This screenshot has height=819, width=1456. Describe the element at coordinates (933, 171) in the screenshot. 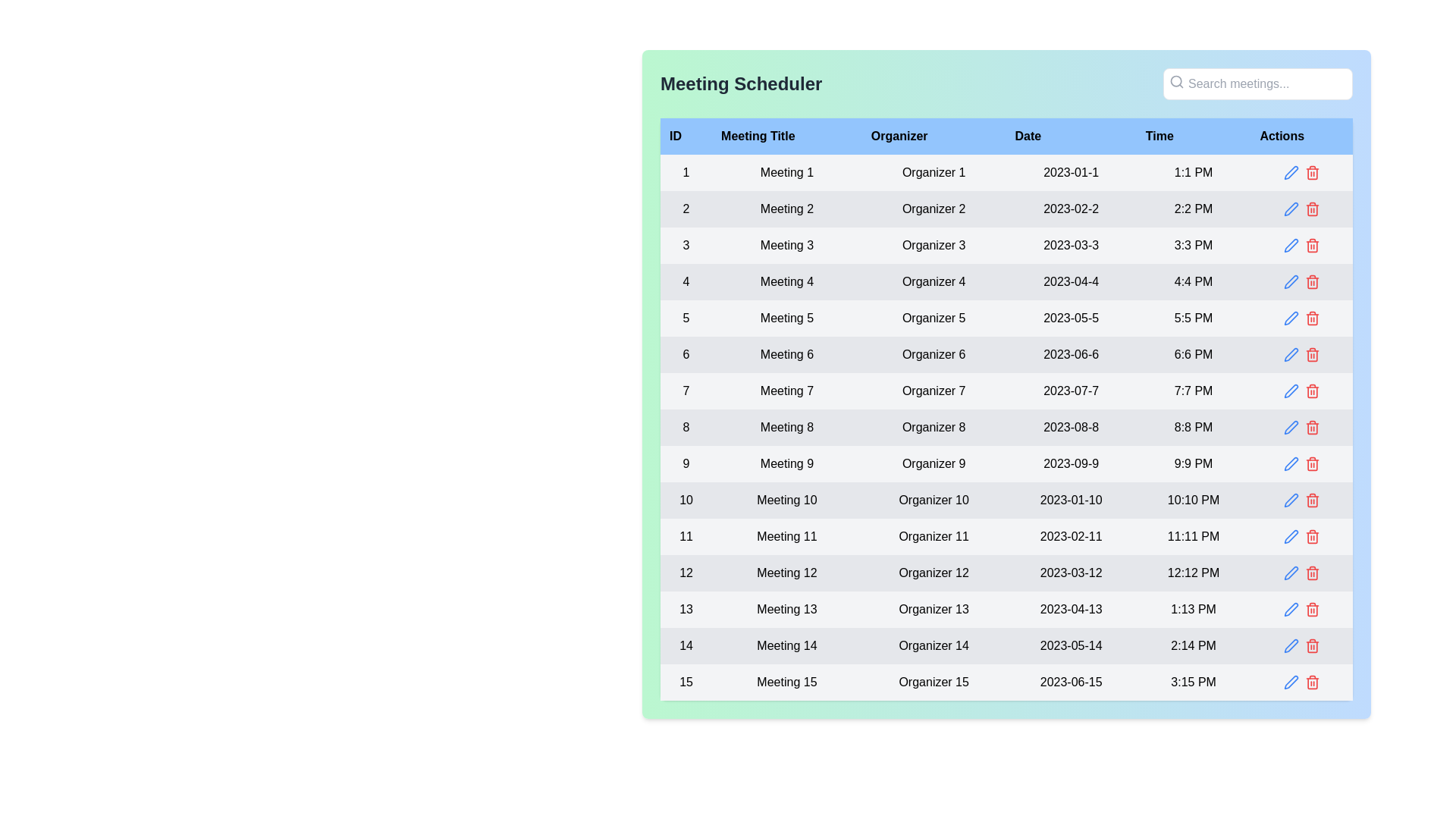

I see `text from the text label that displays the organizer's name in the third column of the first row under the 'Organizer' header` at that location.